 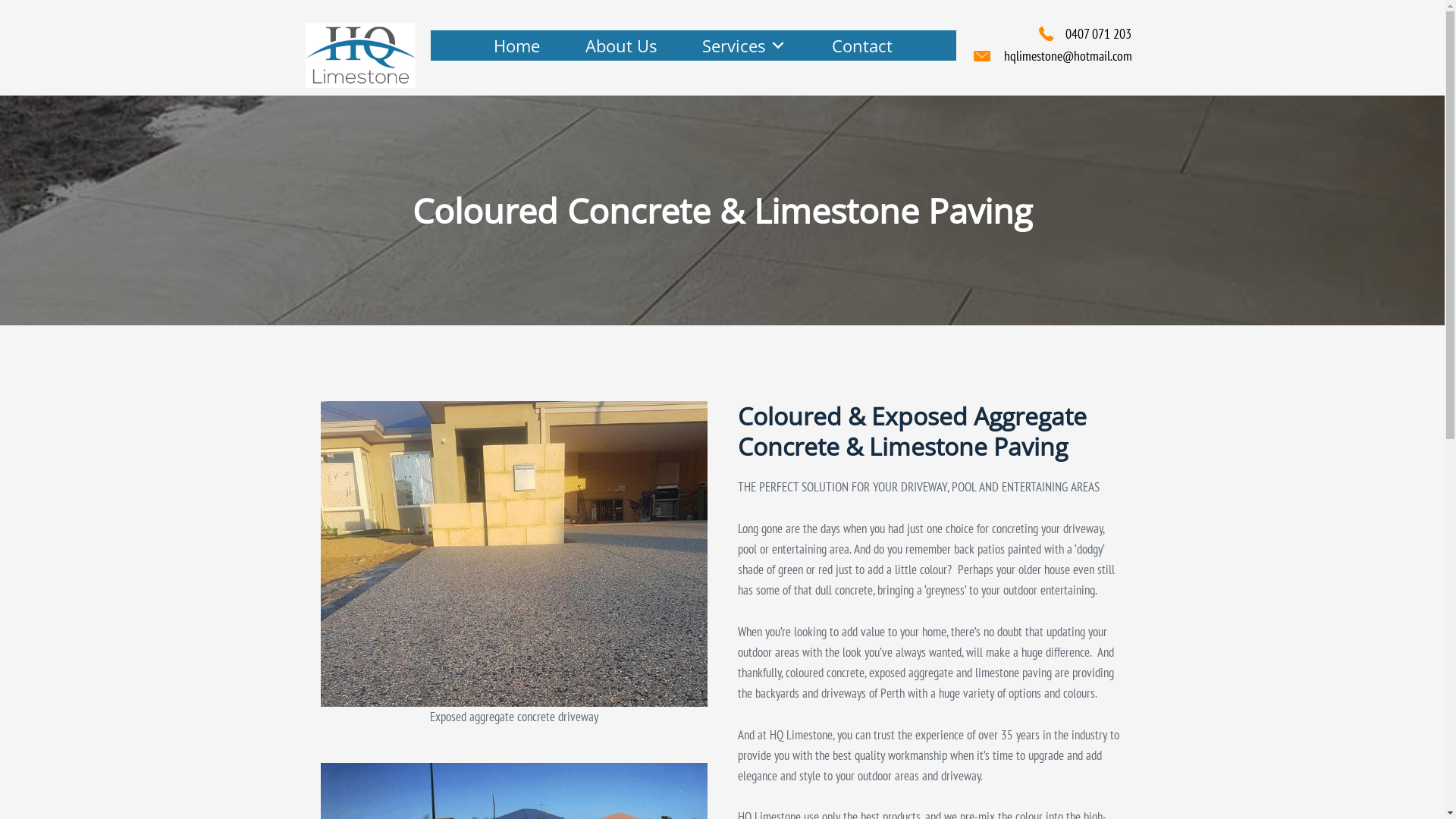 I want to click on 'Coloured Concrete & Limestone Paving', so click(x=319, y=553).